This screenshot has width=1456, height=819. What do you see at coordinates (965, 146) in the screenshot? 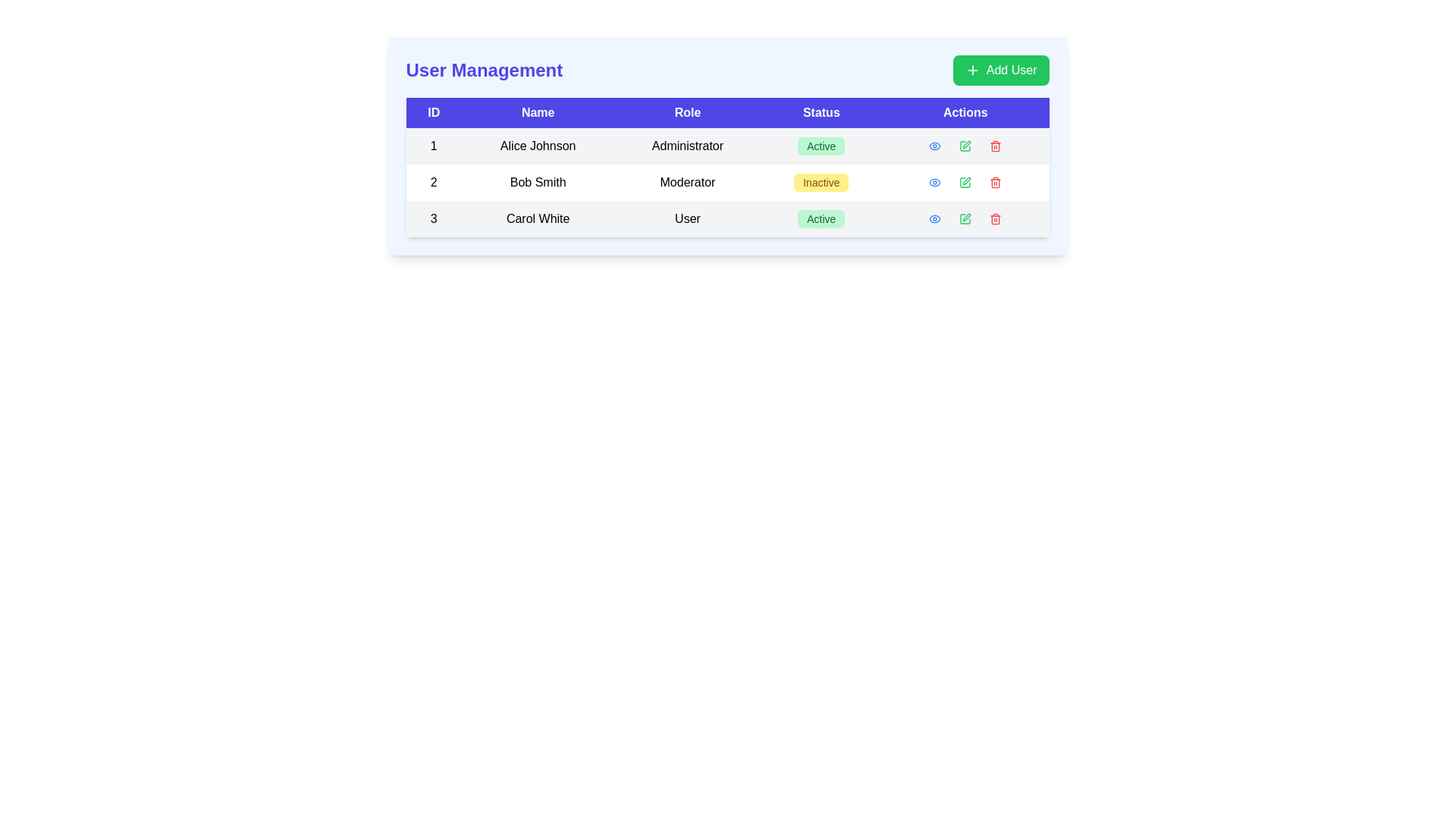
I see `the edit icon button located in the 'Actions' column next to user 'Alice Johnson'` at bounding box center [965, 146].